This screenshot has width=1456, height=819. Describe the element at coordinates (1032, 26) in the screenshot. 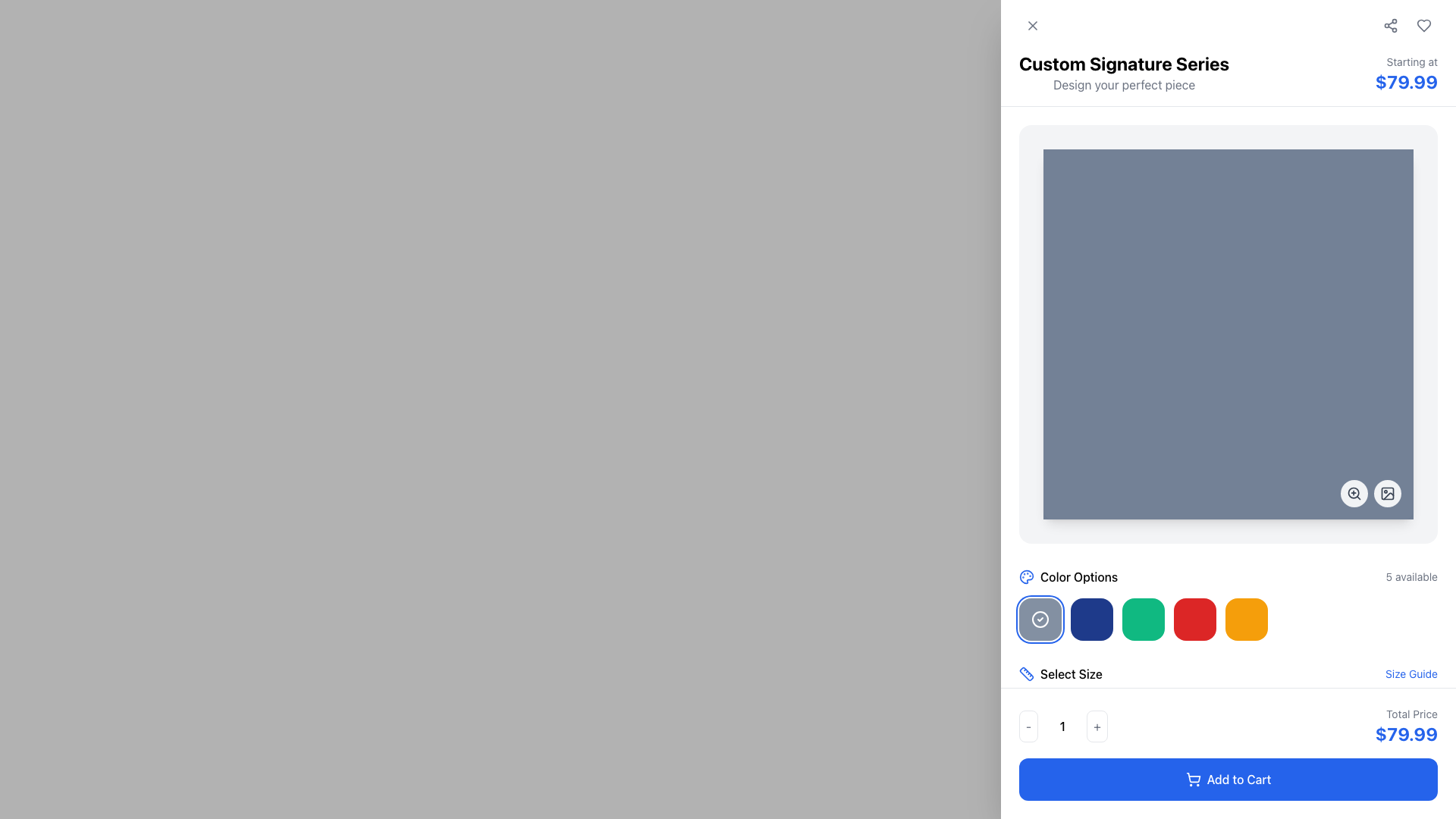

I see `the close or dismiss button represented by an 'X' icon located in the top-left corner of the white panel` at that location.